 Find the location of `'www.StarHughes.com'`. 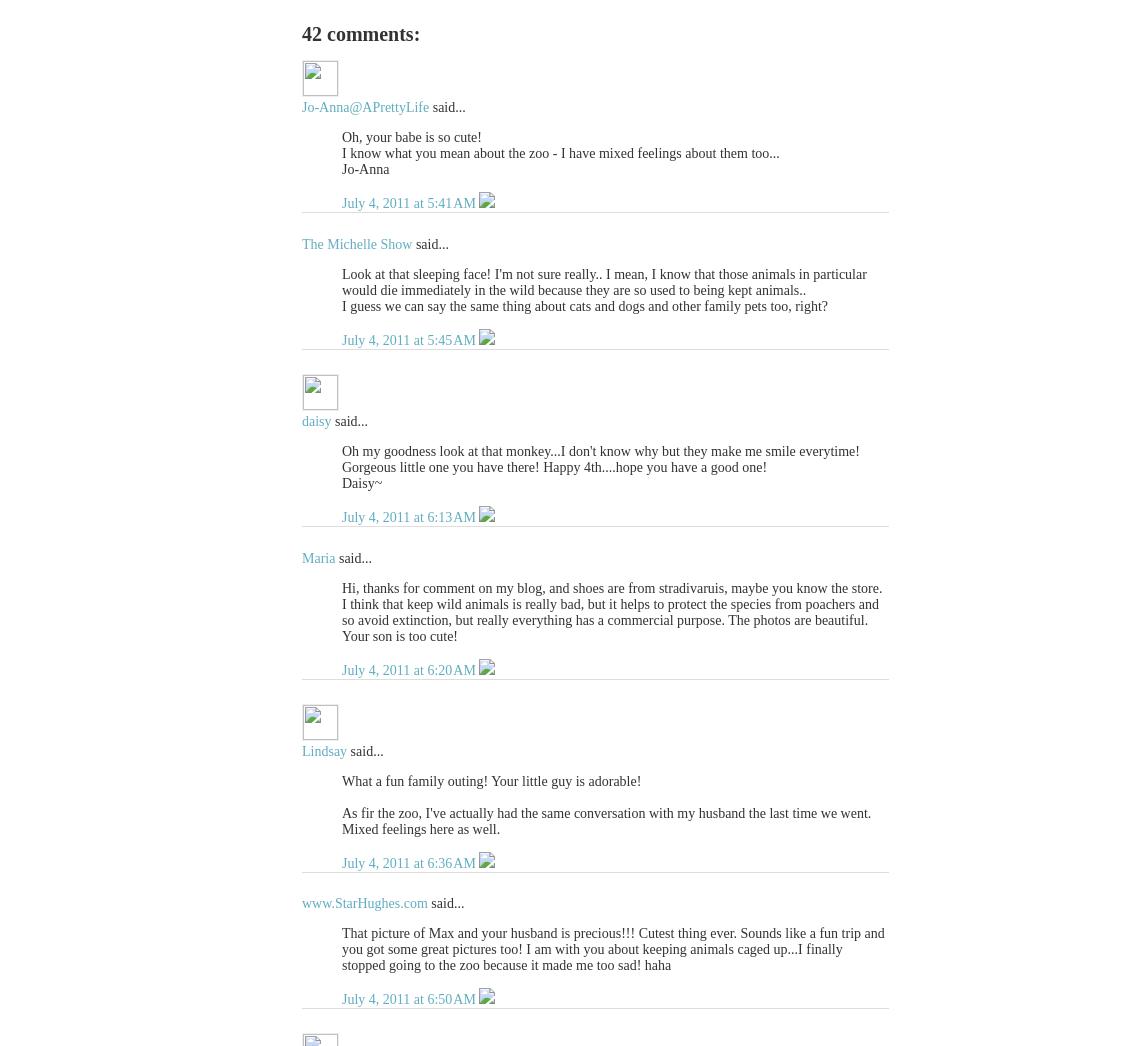

'www.StarHughes.com' is located at coordinates (363, 903).